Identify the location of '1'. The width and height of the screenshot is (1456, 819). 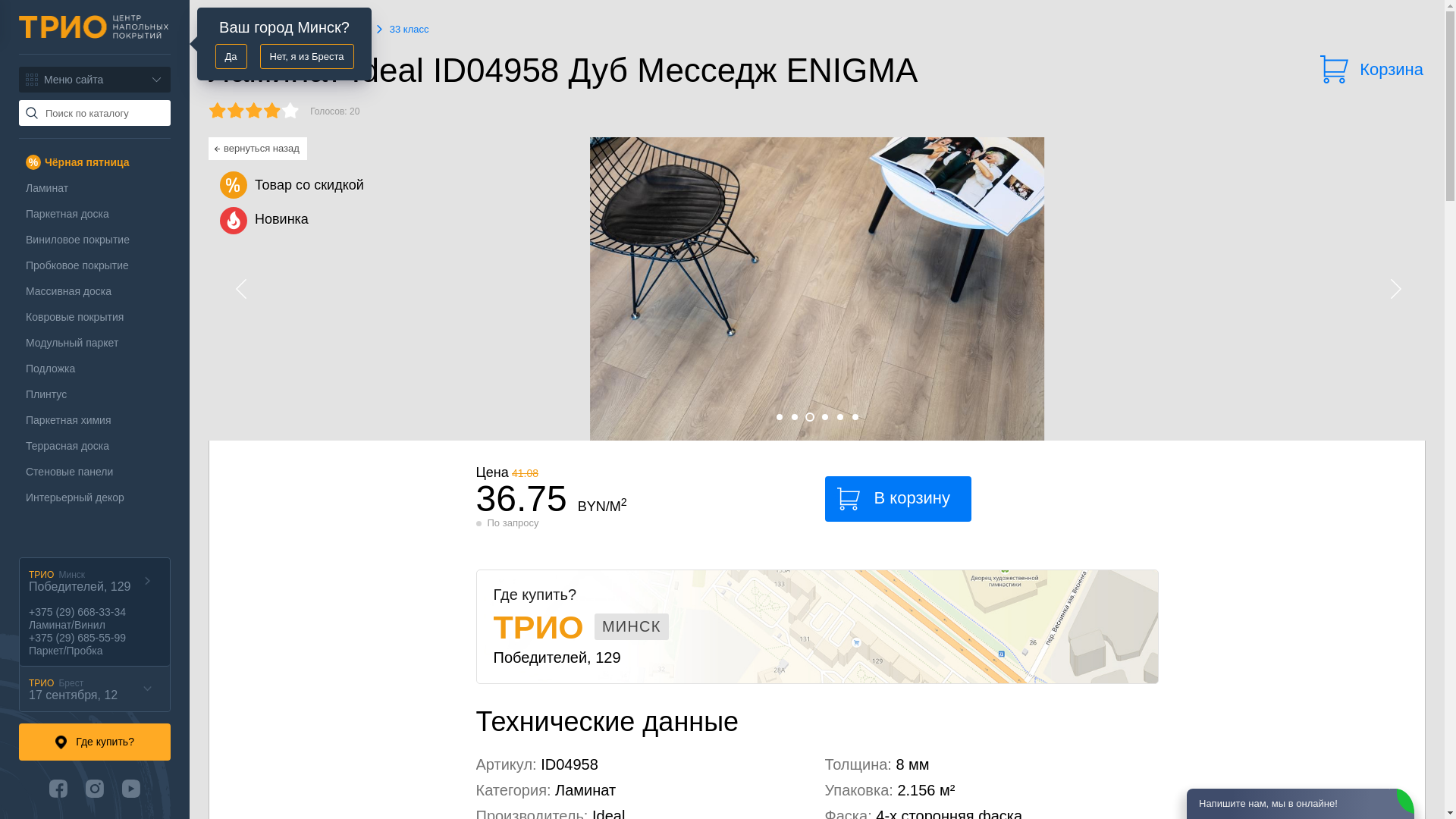
(776, 417).